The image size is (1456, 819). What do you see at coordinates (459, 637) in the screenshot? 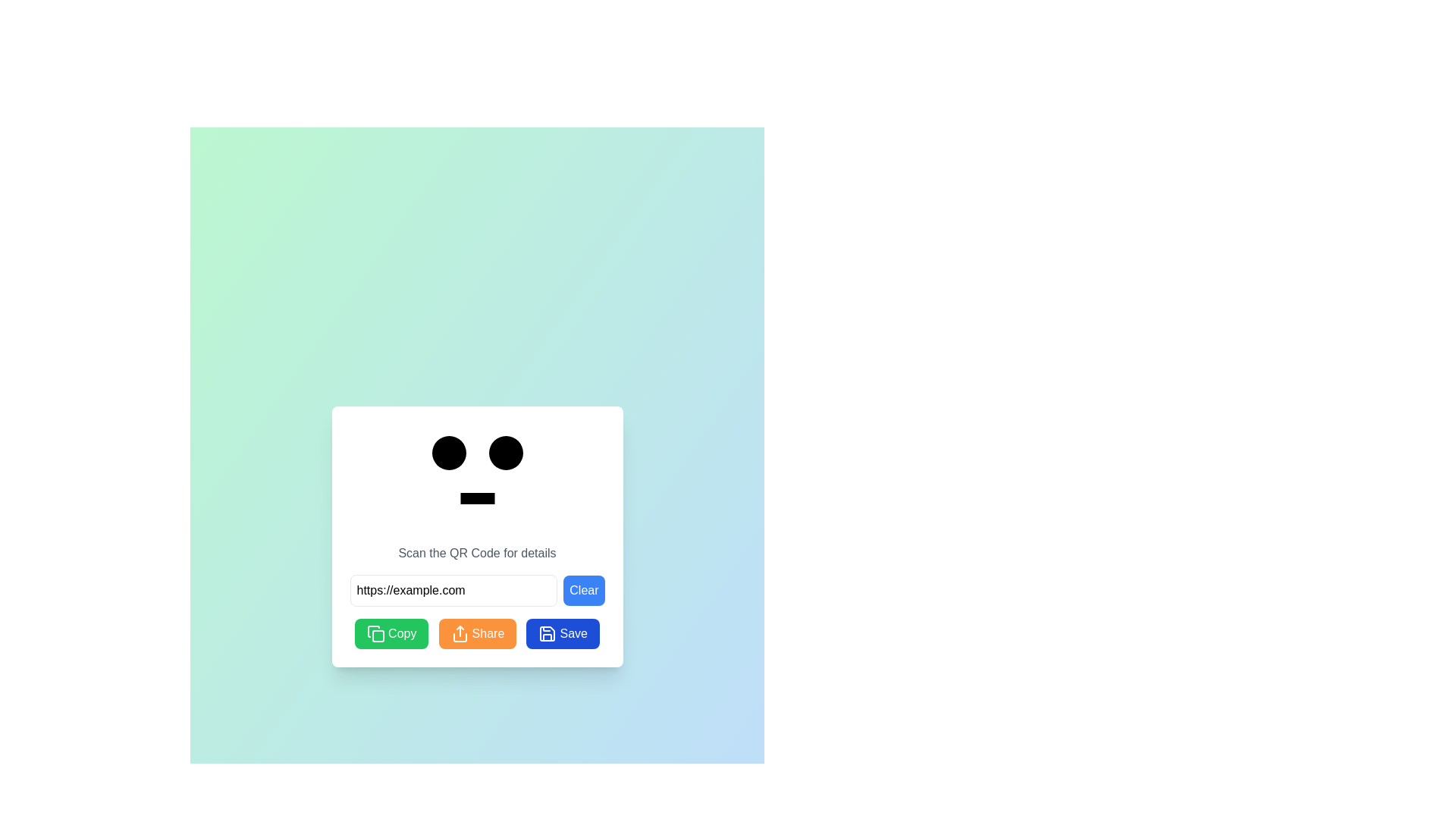
I see `the socket-shaped graphical element with a thin black outline located in the bottom-right section of the modal` at bounding box center [459, 637].